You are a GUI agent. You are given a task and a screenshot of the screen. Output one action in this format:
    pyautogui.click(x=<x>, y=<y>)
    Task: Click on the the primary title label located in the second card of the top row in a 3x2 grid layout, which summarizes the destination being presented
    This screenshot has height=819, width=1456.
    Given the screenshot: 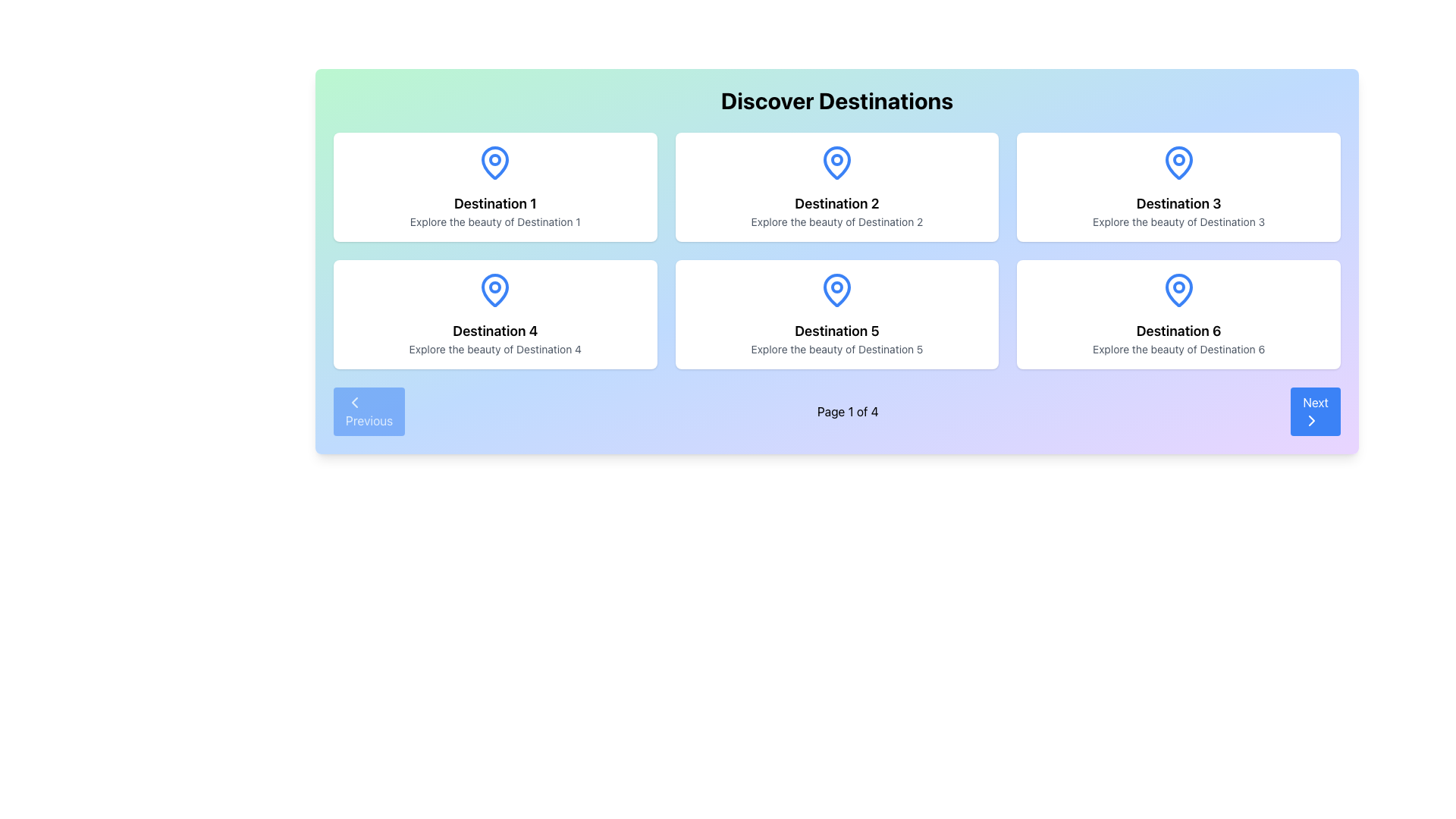 What is the action you would take?
    pyautogui.click(x=836, y=203)
    